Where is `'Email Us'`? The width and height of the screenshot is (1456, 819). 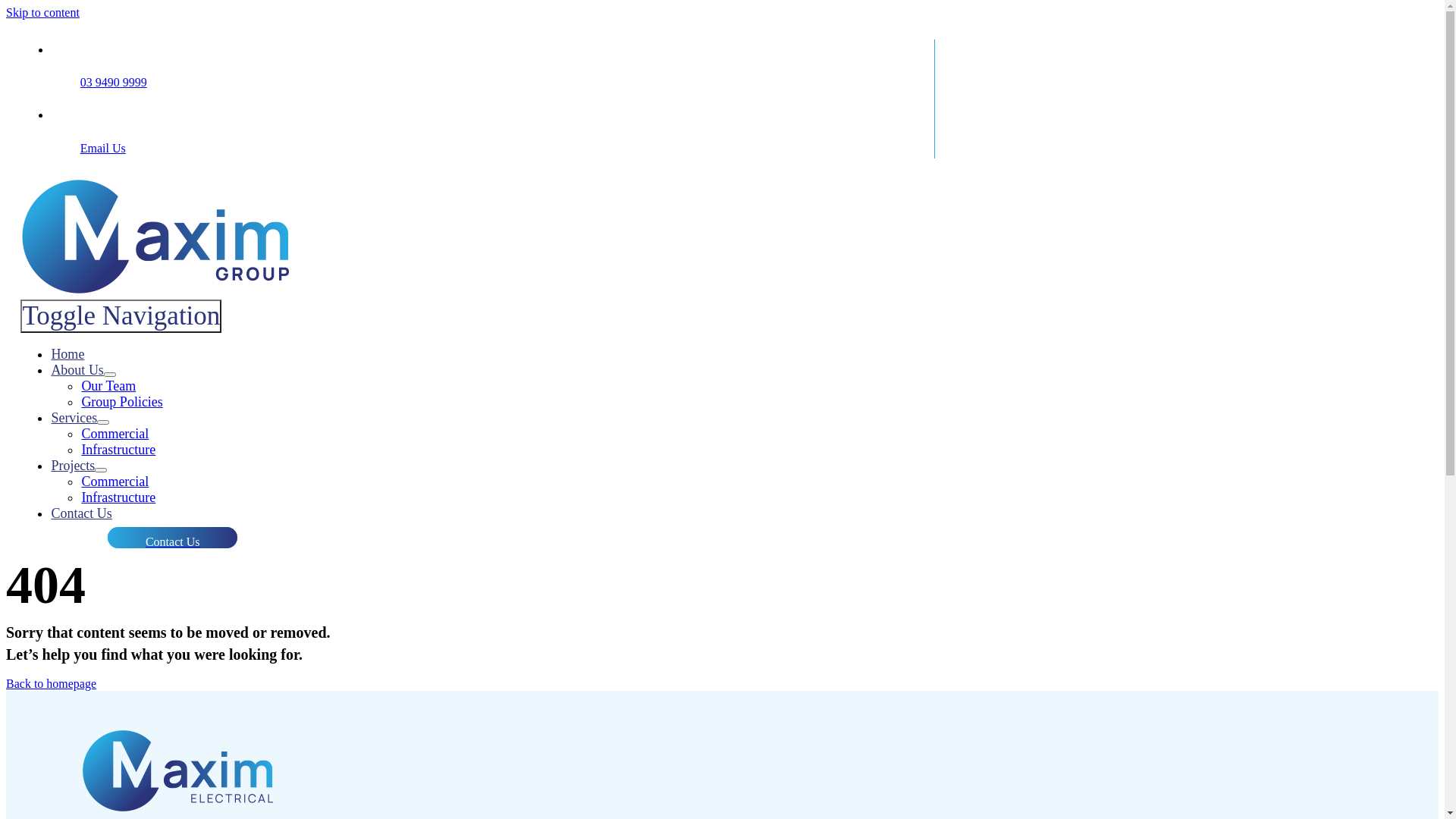
'Email Us' is located at coordinates (102, 148).